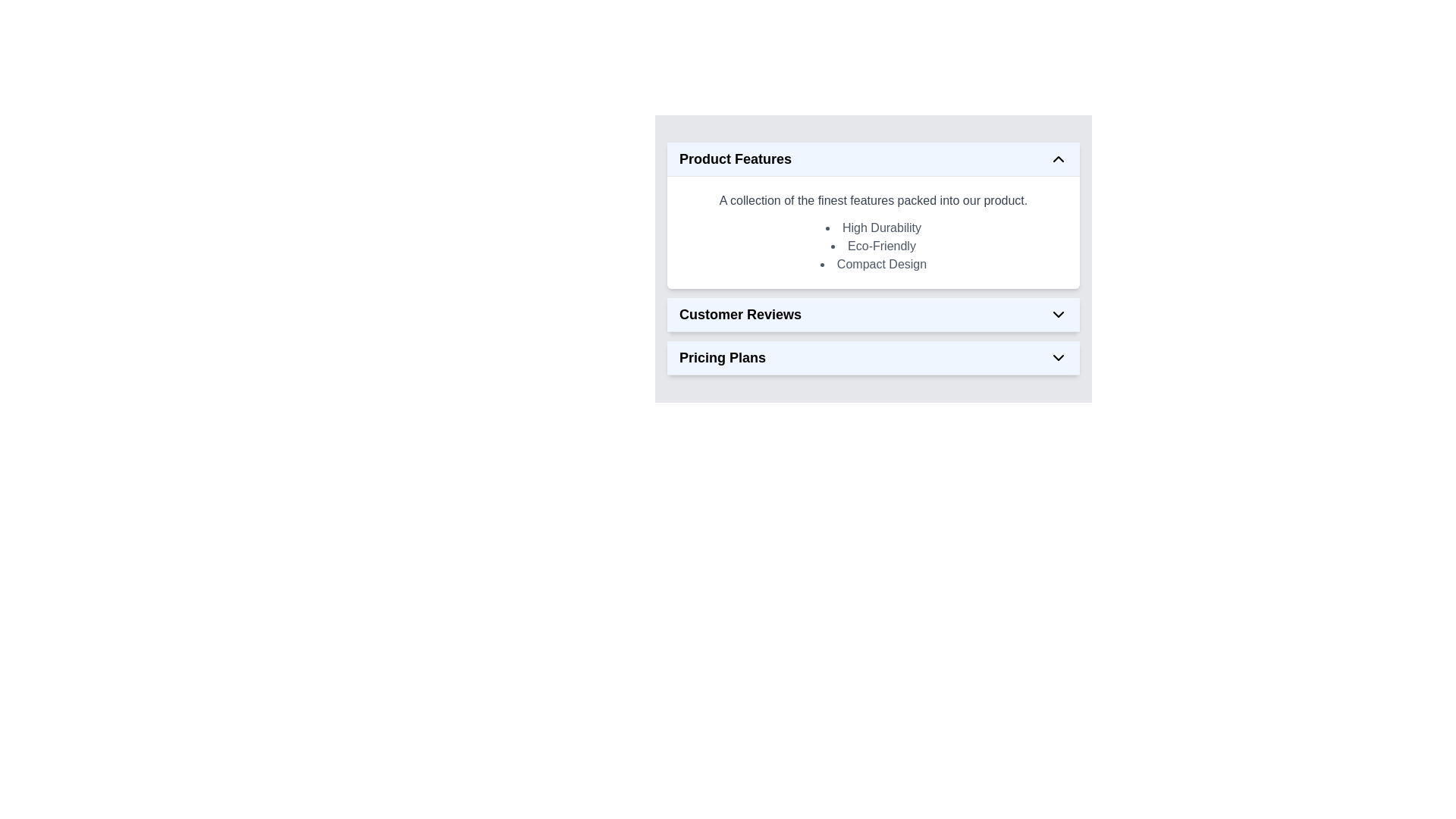 The image size is (1456, 819). I want to click on the text element displaying 'High Durability' in the 'Product Features' section, which is the first entry in the bulleted list, so click(874, 227).